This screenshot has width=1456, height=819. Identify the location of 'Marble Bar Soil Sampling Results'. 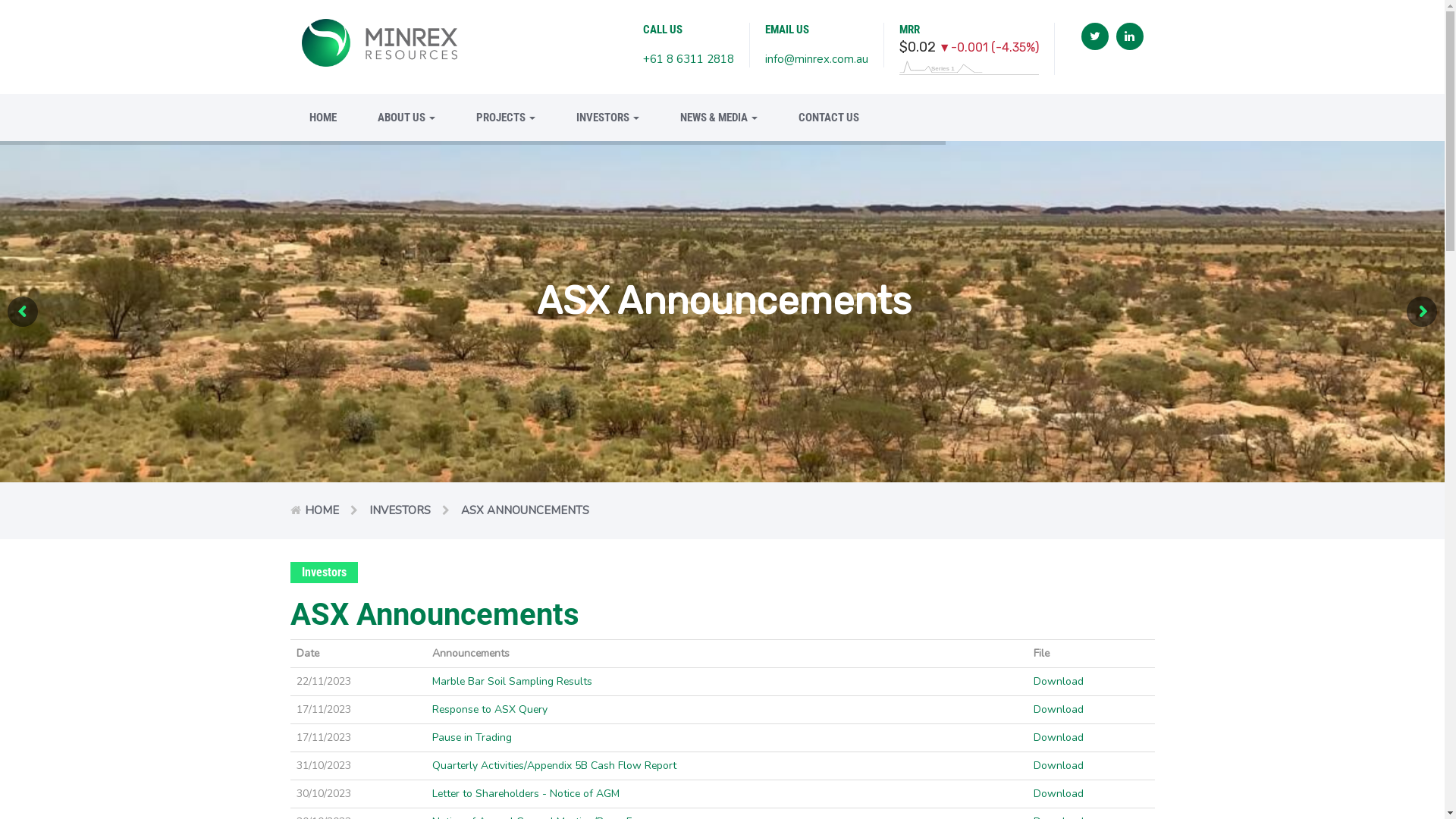
(512, 680).